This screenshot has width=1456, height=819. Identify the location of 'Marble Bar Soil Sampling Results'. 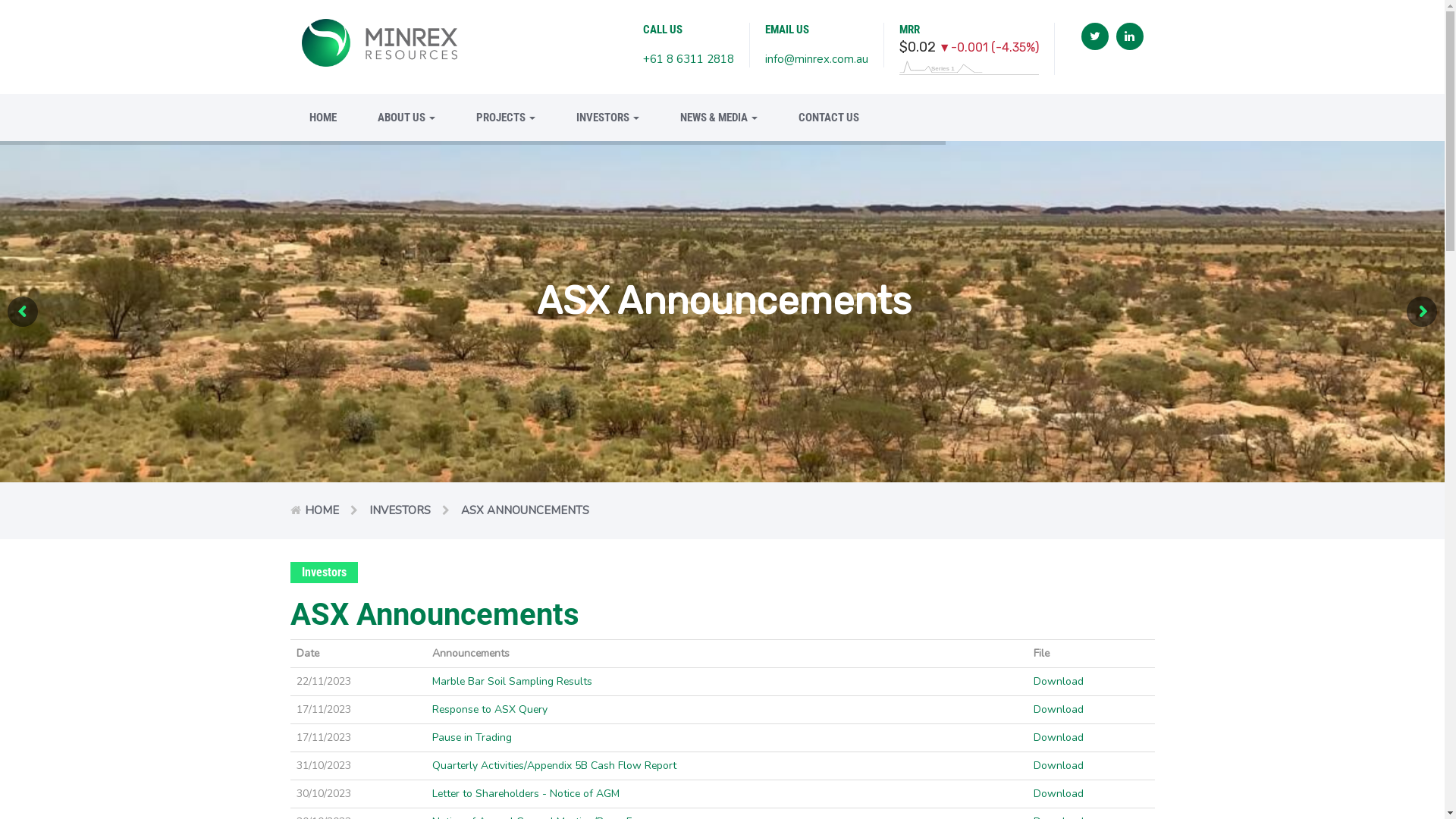
(512, 680).